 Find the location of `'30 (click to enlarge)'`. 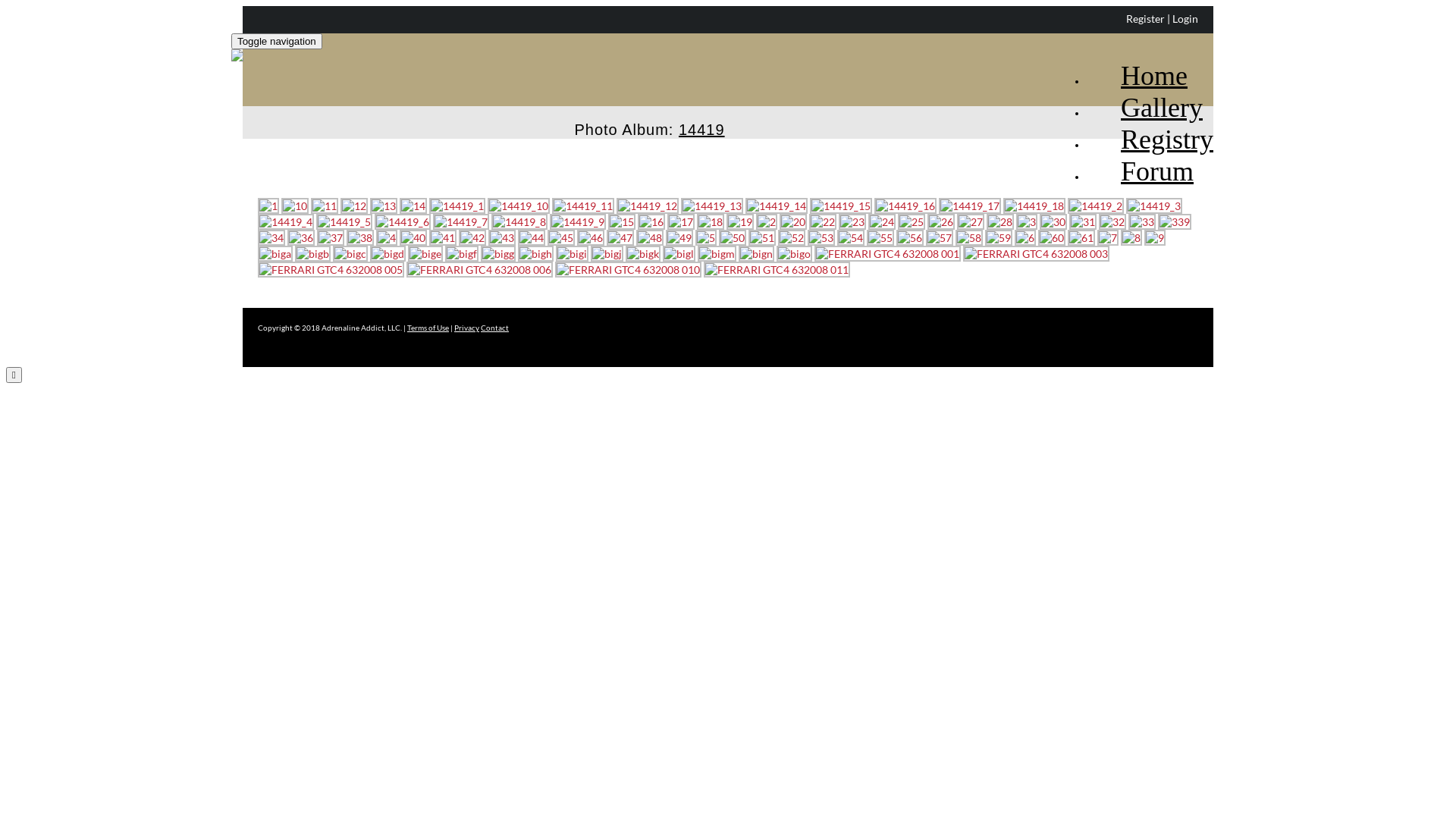

'30 (click to enlarge)' is located at coordinates (1052, 221).